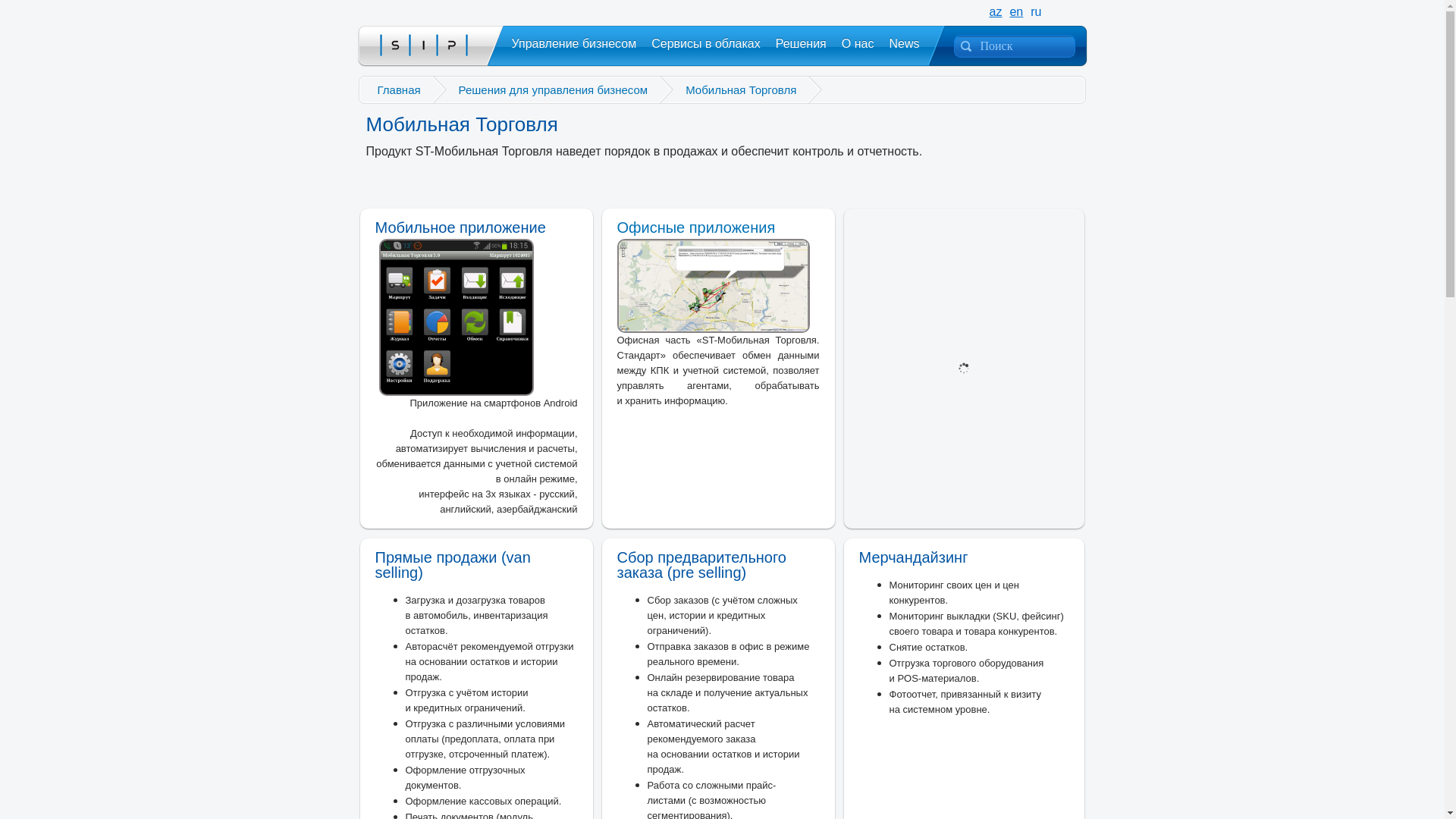  I want to click on 'en', so click(1009, 11).